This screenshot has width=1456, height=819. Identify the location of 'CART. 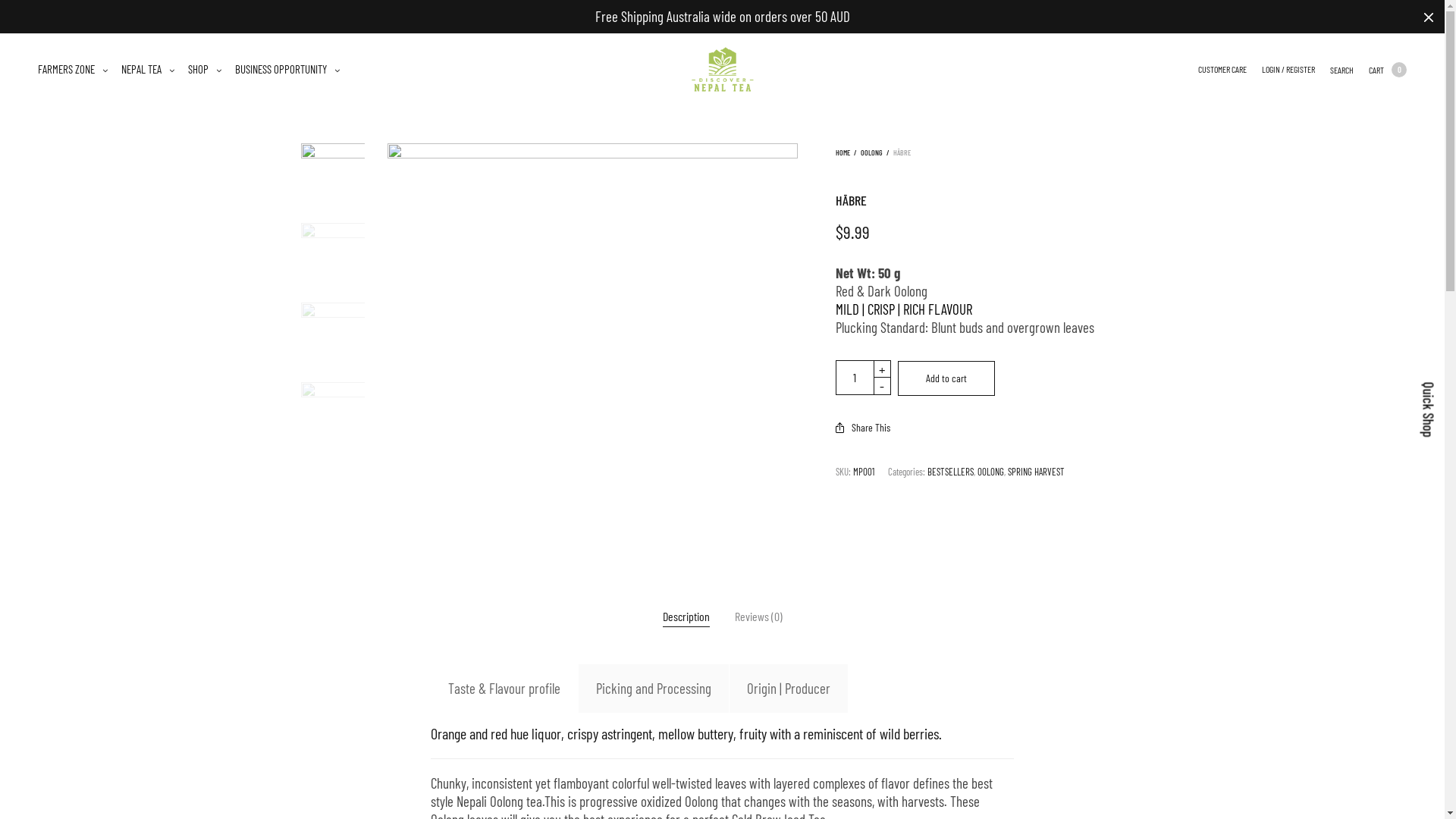
(1368, 70).